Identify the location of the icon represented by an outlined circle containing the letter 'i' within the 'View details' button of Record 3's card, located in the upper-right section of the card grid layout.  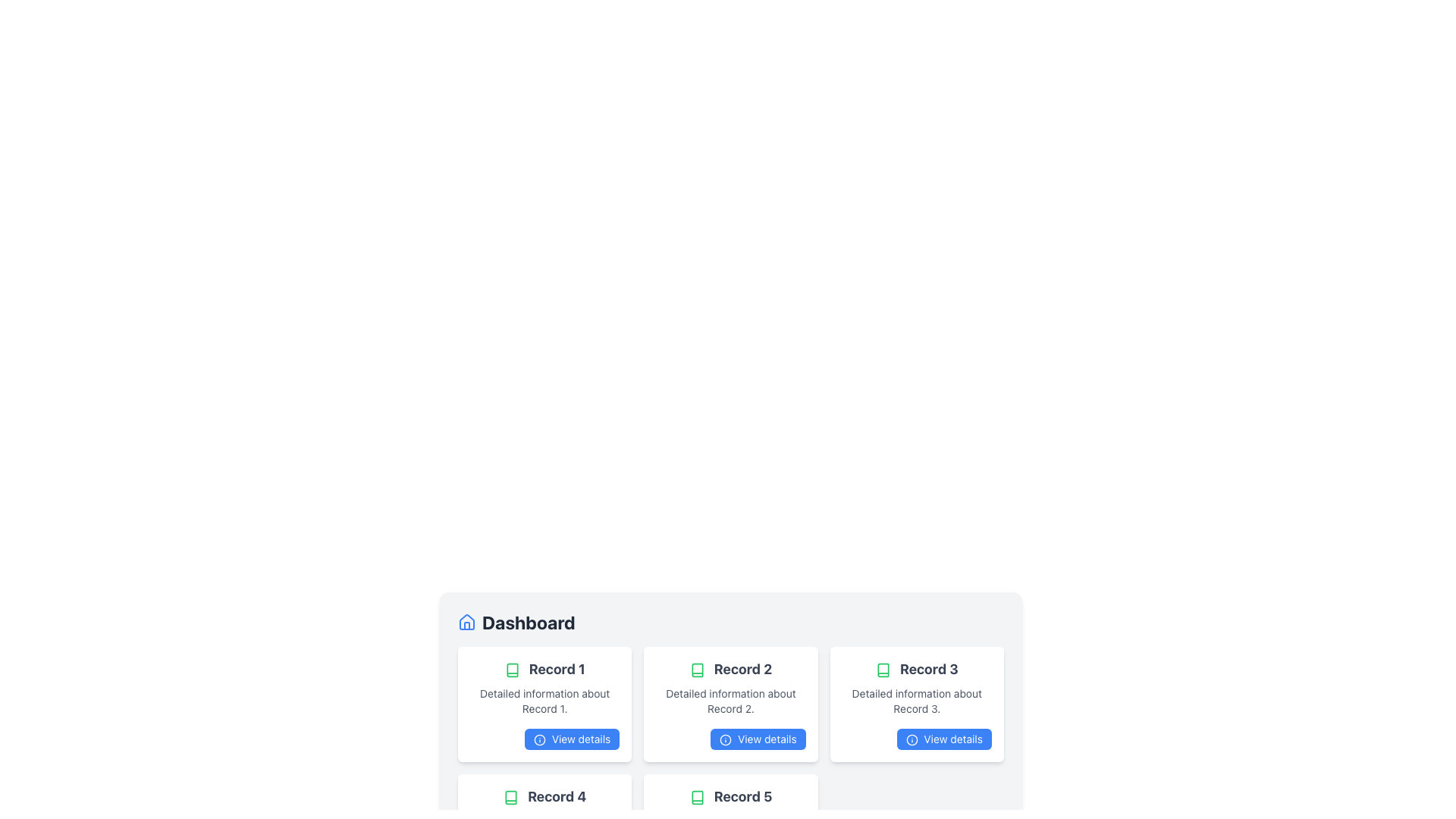
(911, 739).